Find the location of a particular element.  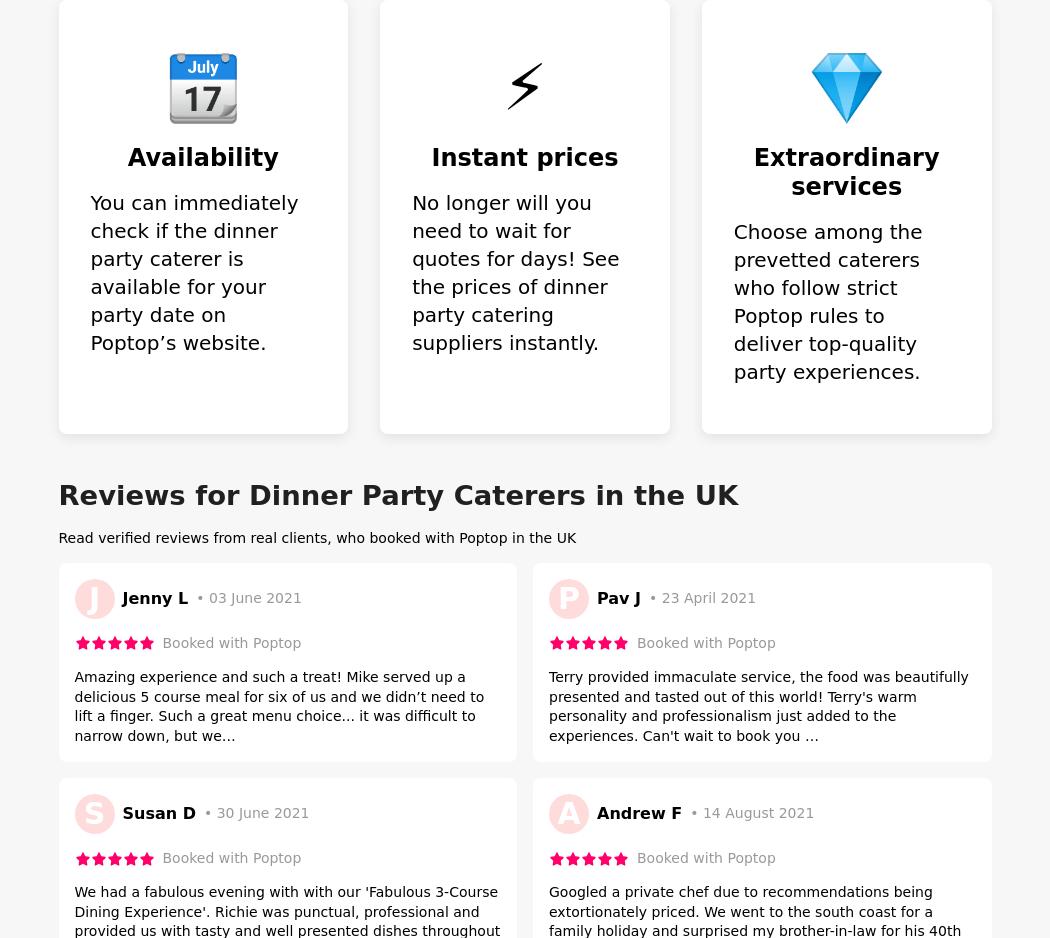

'No longer will you need to wait for quotes for days! See the prices of dinner party catering suppliers instantly.' is located at coordinates (514, 272).